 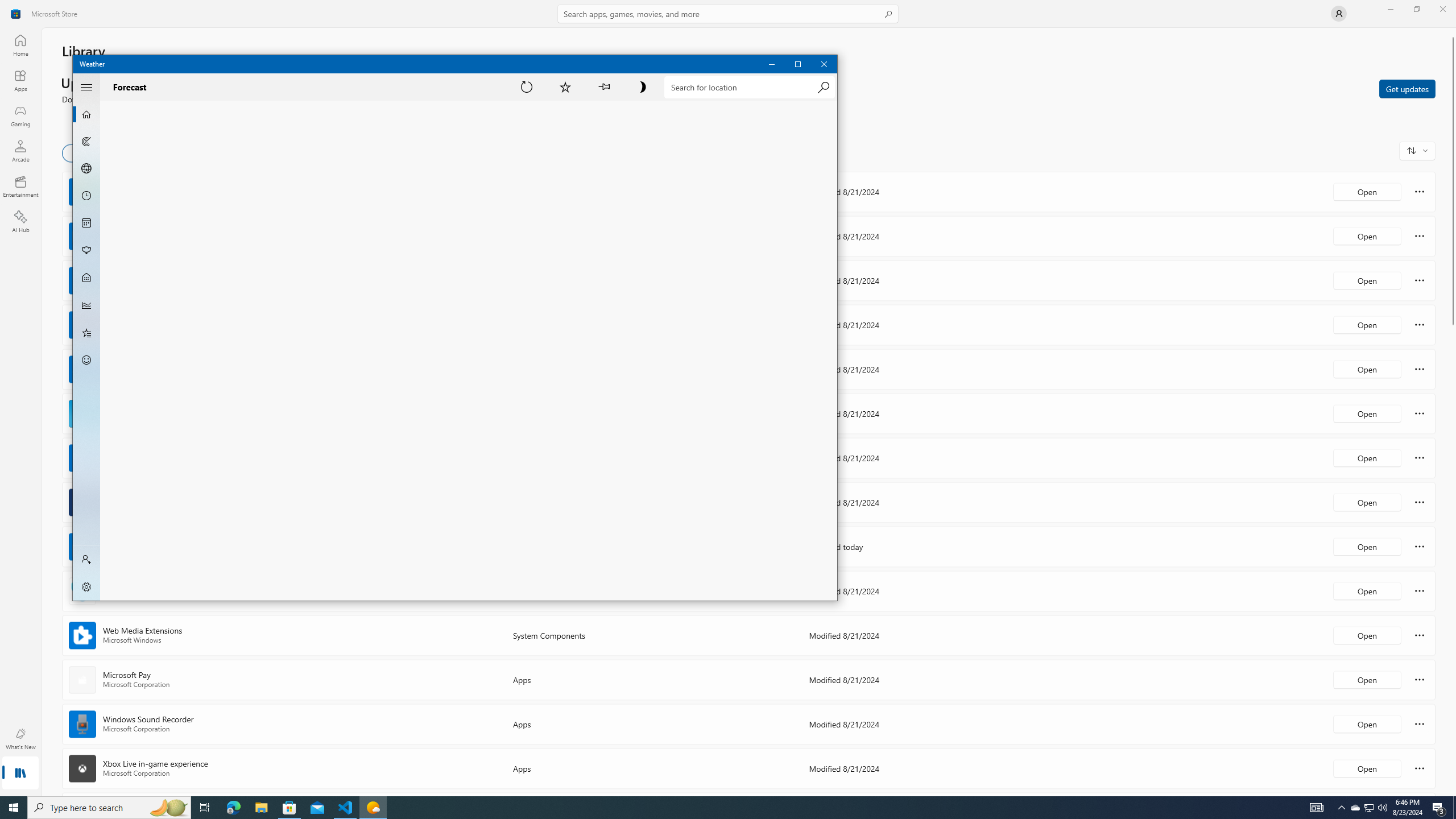 What do you see at coordinates (1454, 806) in the screenshot?
I see `'Show desktop'` at bounding box center [1454, 806].